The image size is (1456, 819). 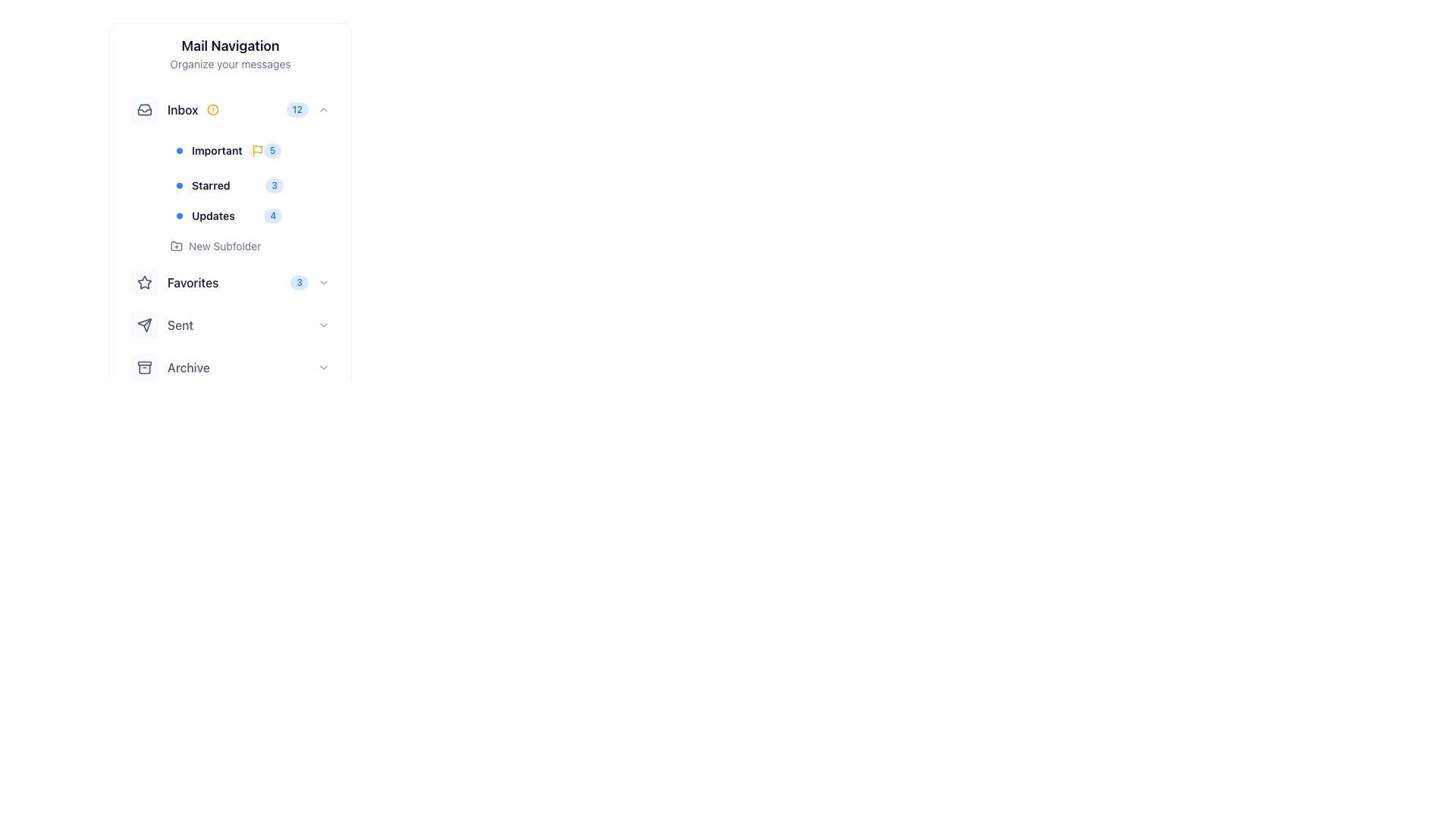 What do you see at coordinates (229, 368) in the screenshot?
I see `the button that toggles the visibility of the 'Archive' section, located sixth in the vertical navigation menu, between the 'Sent' and 'Trash' buttons` at bounding box center [229, 368].